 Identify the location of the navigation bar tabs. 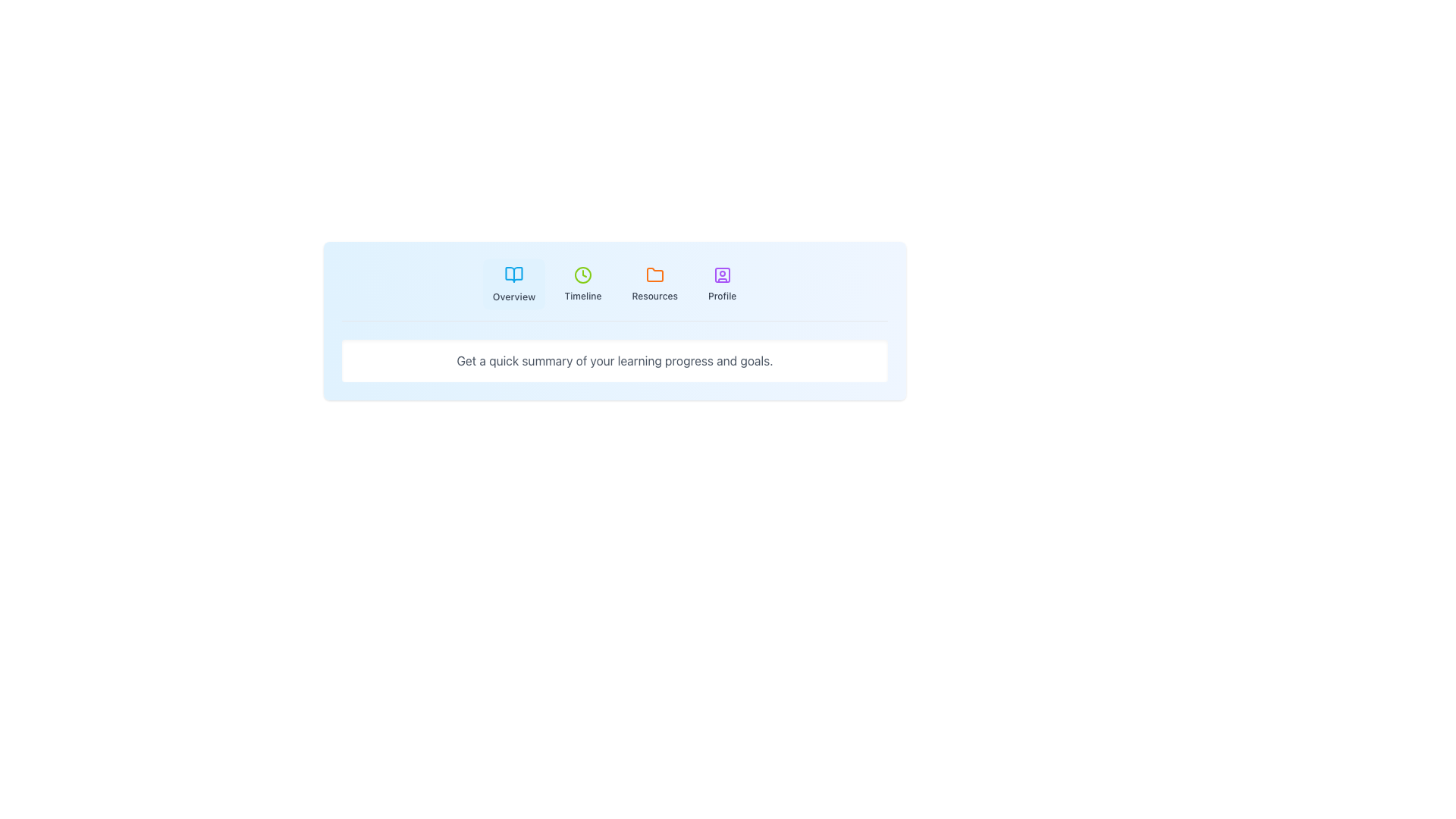
(615, 290).